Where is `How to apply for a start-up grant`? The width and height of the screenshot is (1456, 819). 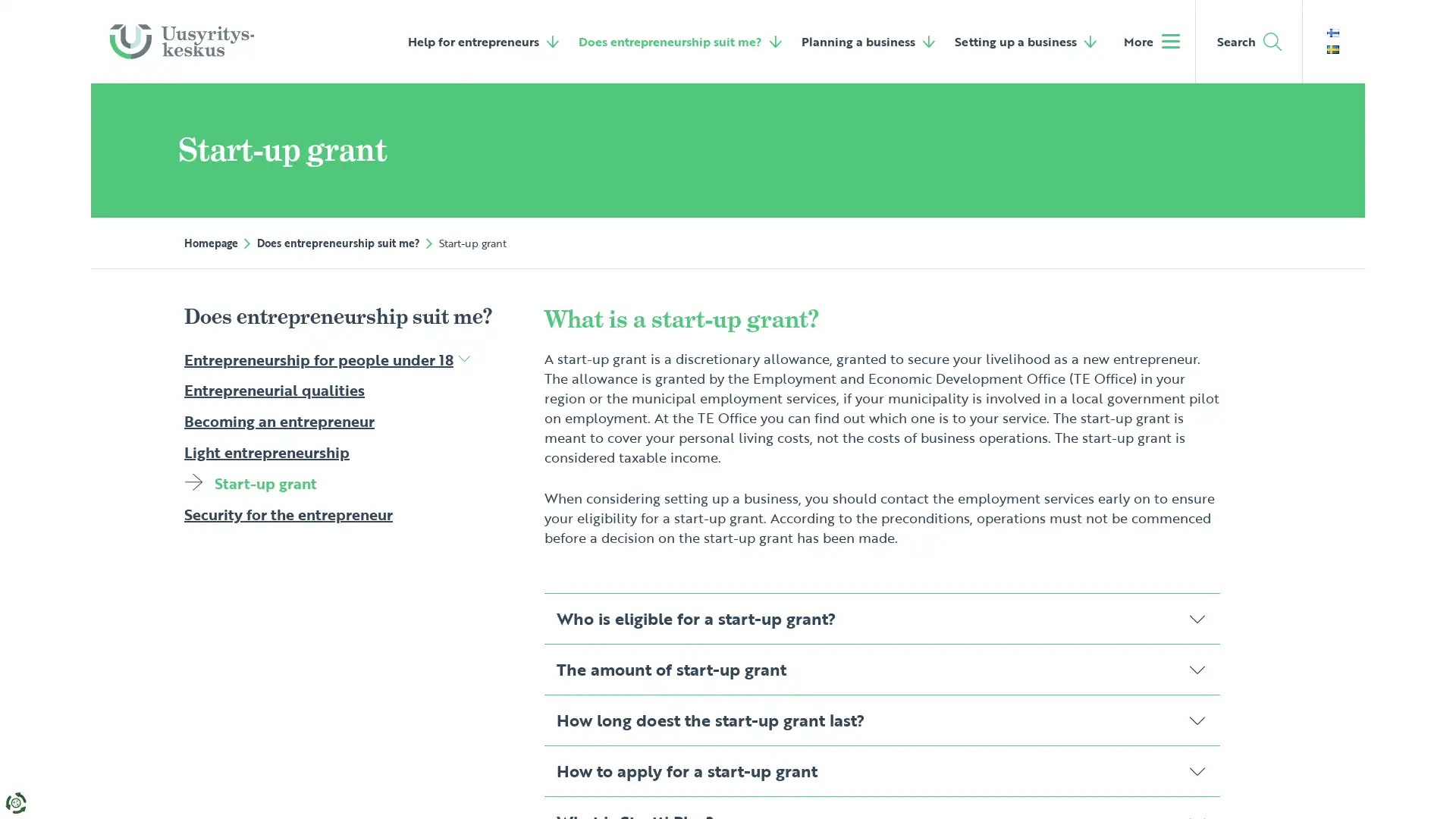 How to apply for a start-up grant is located at coordinates (881, 770).